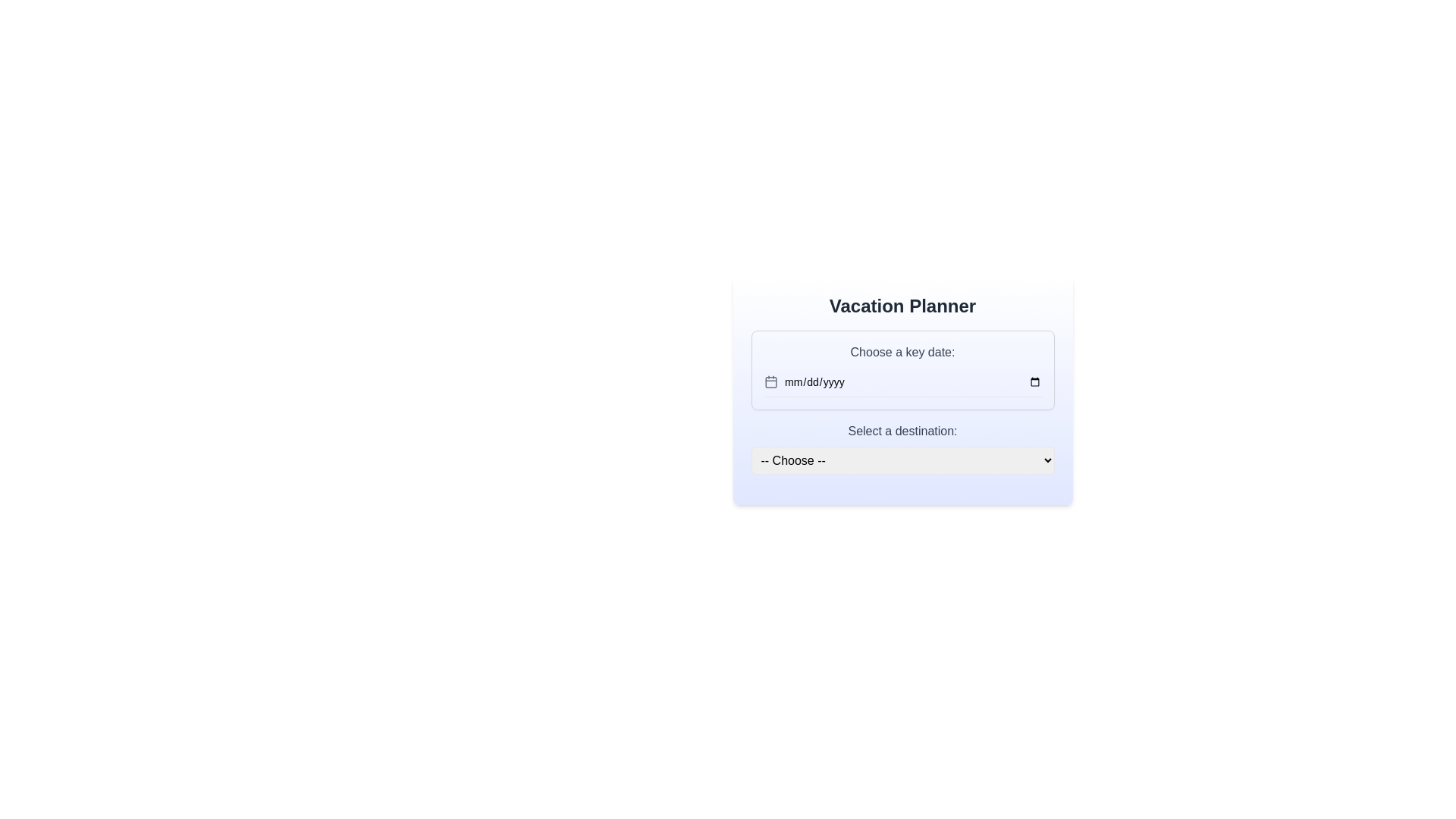  I want to click on keyboard navigation, so click(912, 381).